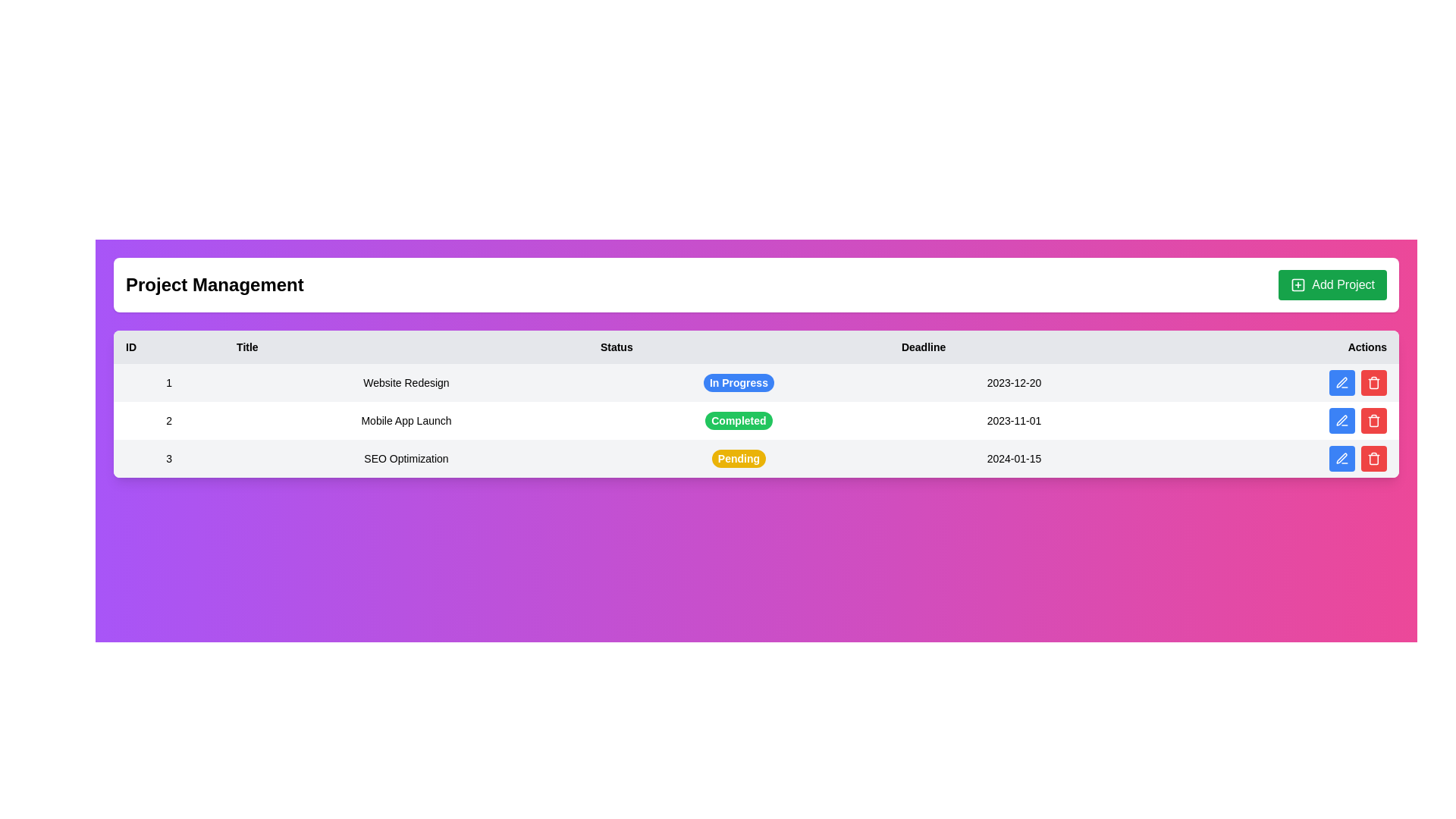  I want to click on the trash bin icon, which is a red rectangular button with rounded corners located in the 'Actions' column of the third row in the project management table, so click(1373, 383).